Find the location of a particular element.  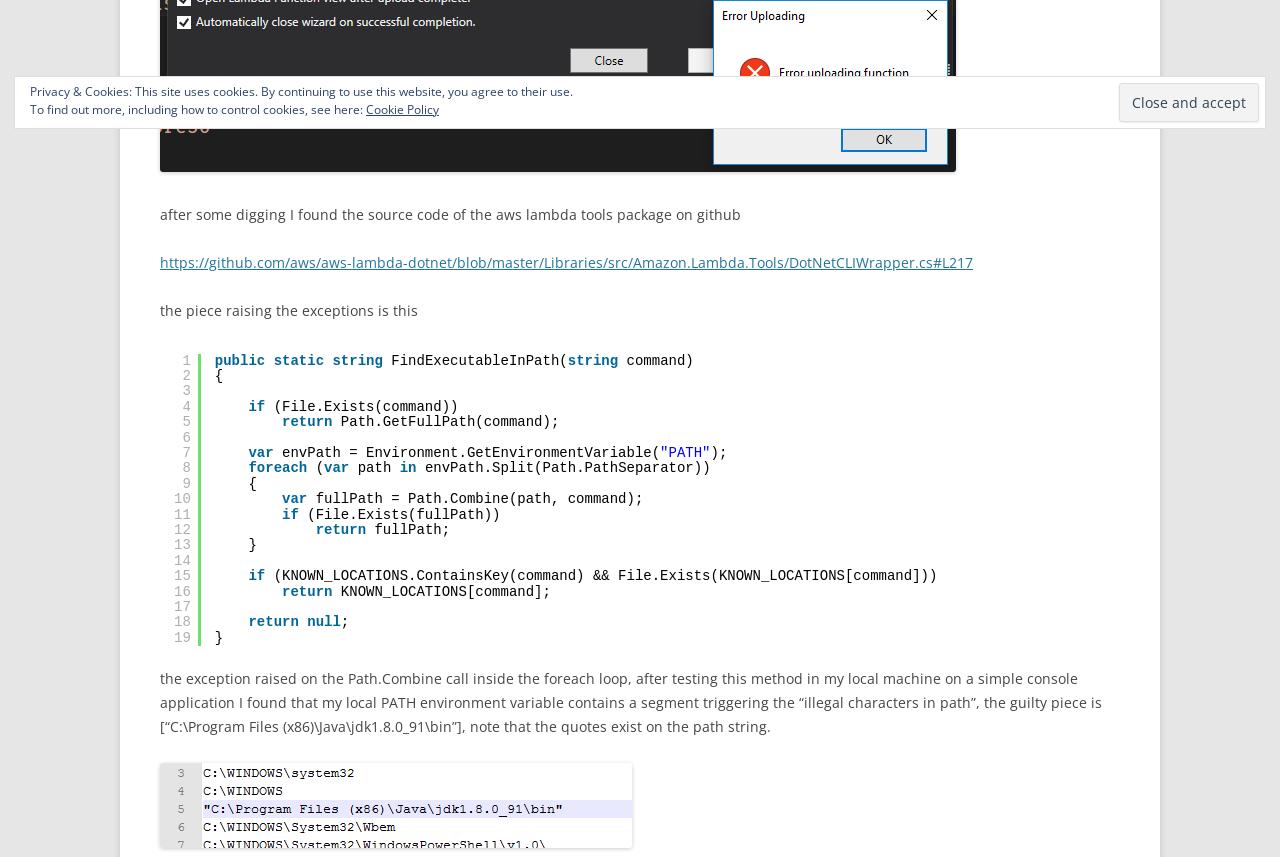

'public' is located at coordinates (239, 359).